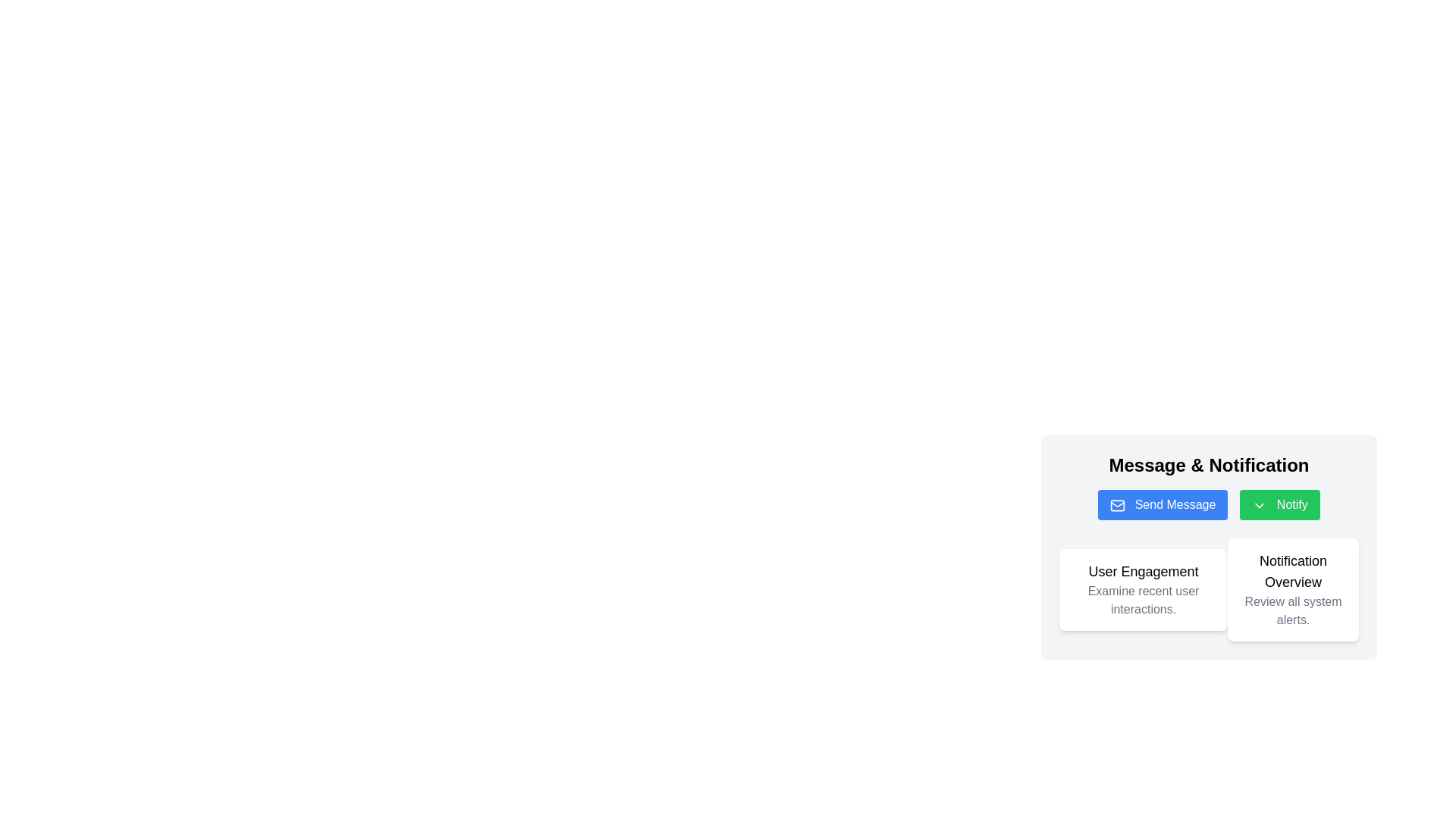 Image resolution: width=1456 pixels, height=819 pixels. Describe the element at coordinates (1292, 571) in the screenshot. I see `the heading text element that introduces and summarizes the system notifications, which is located above the text 'Review all system alerts.' in the 'Message & Notification' interface` at that location.